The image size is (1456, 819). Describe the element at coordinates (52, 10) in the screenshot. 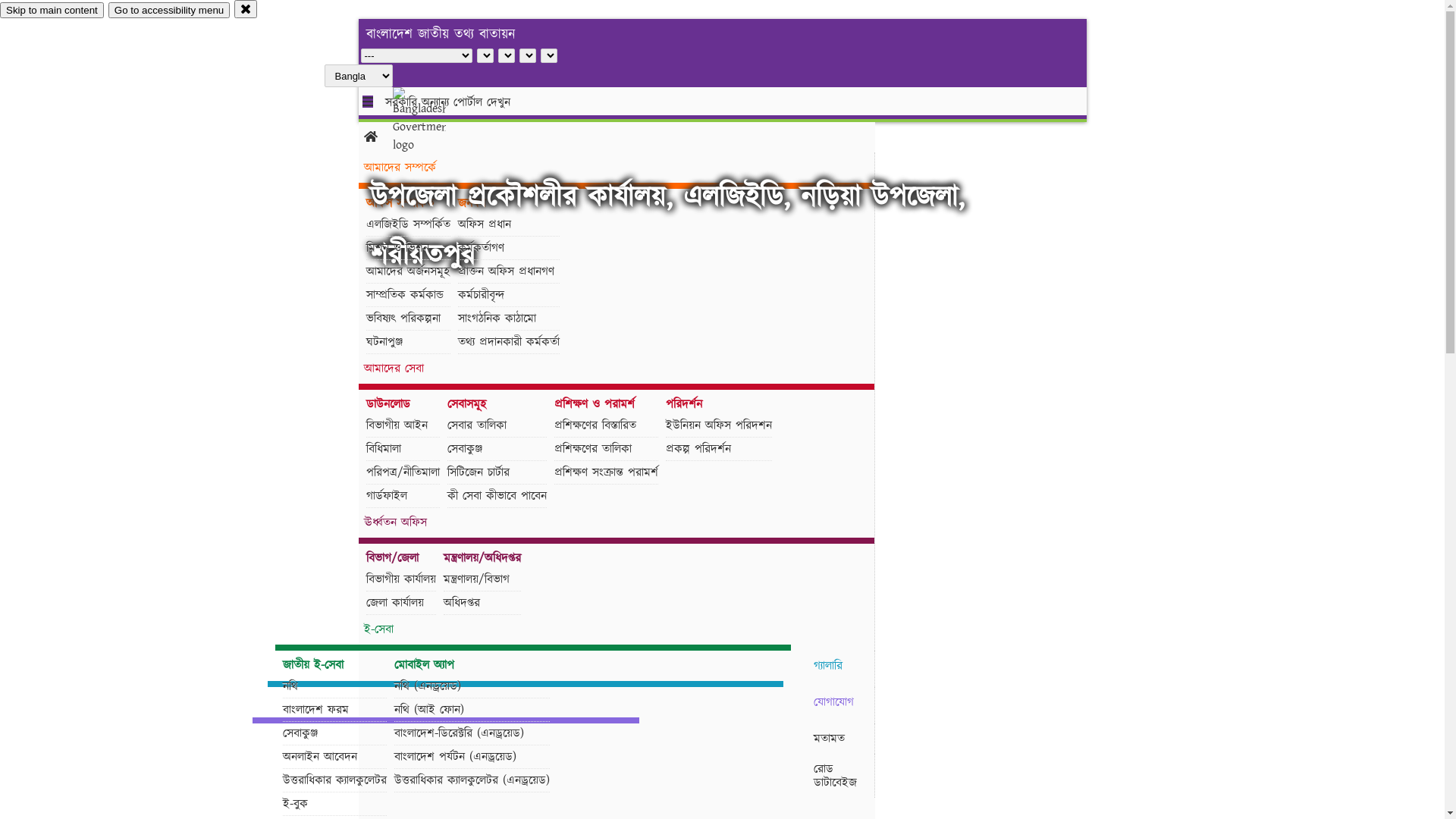

I see `'Skip to main content'` at that location.